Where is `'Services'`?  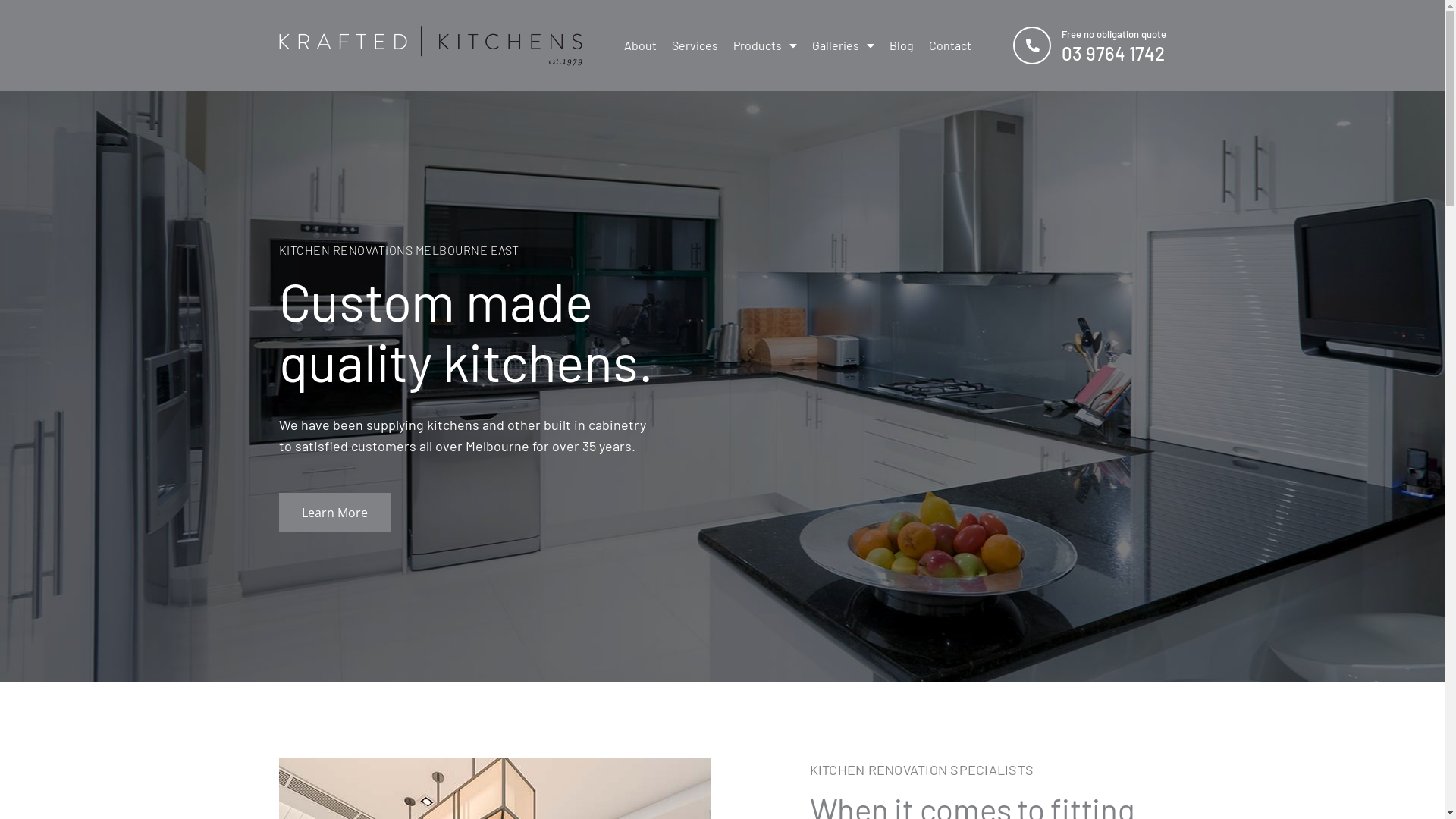 'Services' is located at coordinates (694, 45).